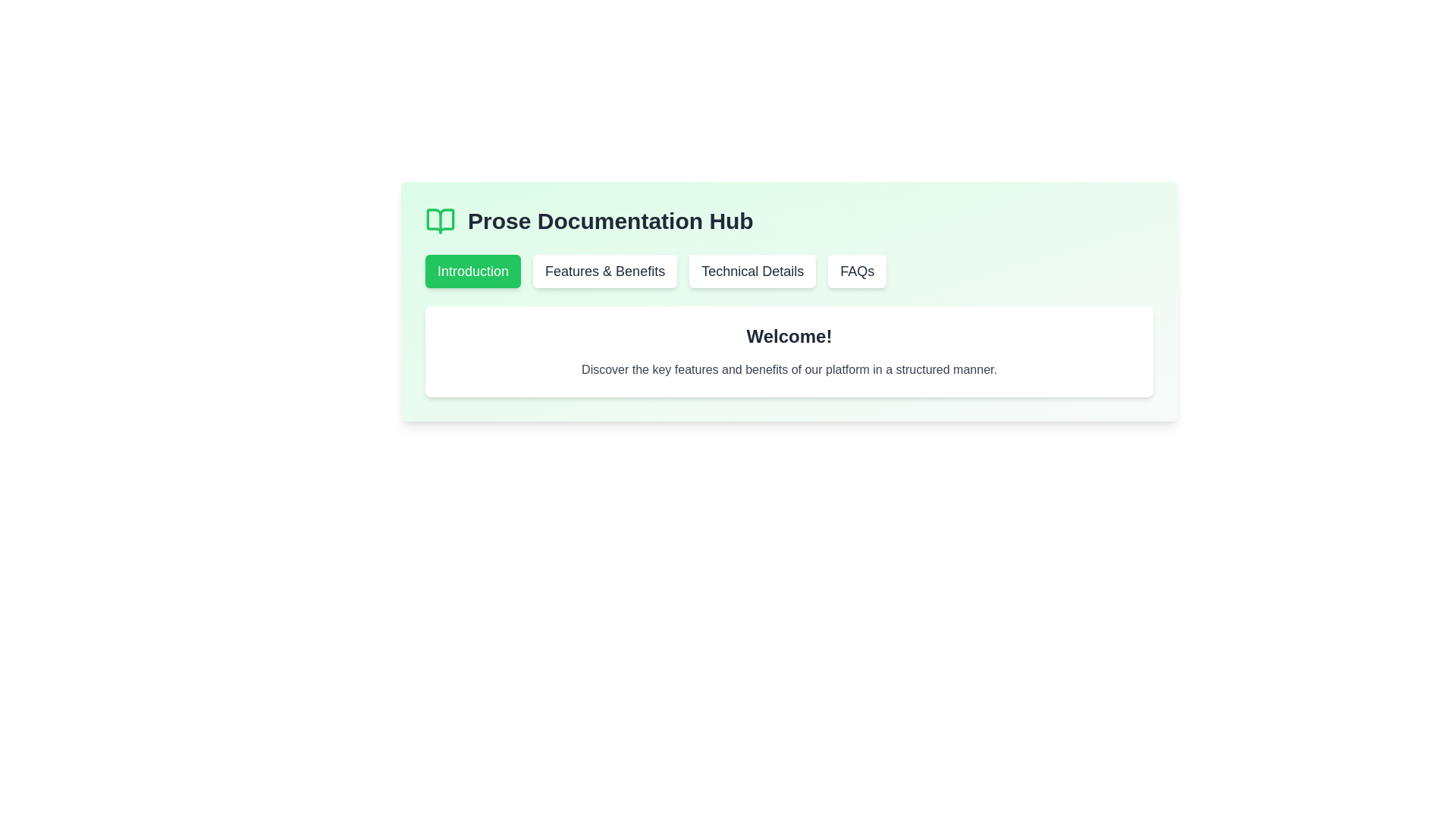 Image resolution: width=1456 pixels, height=819 pixels. I want to click on the rounded rectangular green button labeled 'Introduction', so click(472, 271).